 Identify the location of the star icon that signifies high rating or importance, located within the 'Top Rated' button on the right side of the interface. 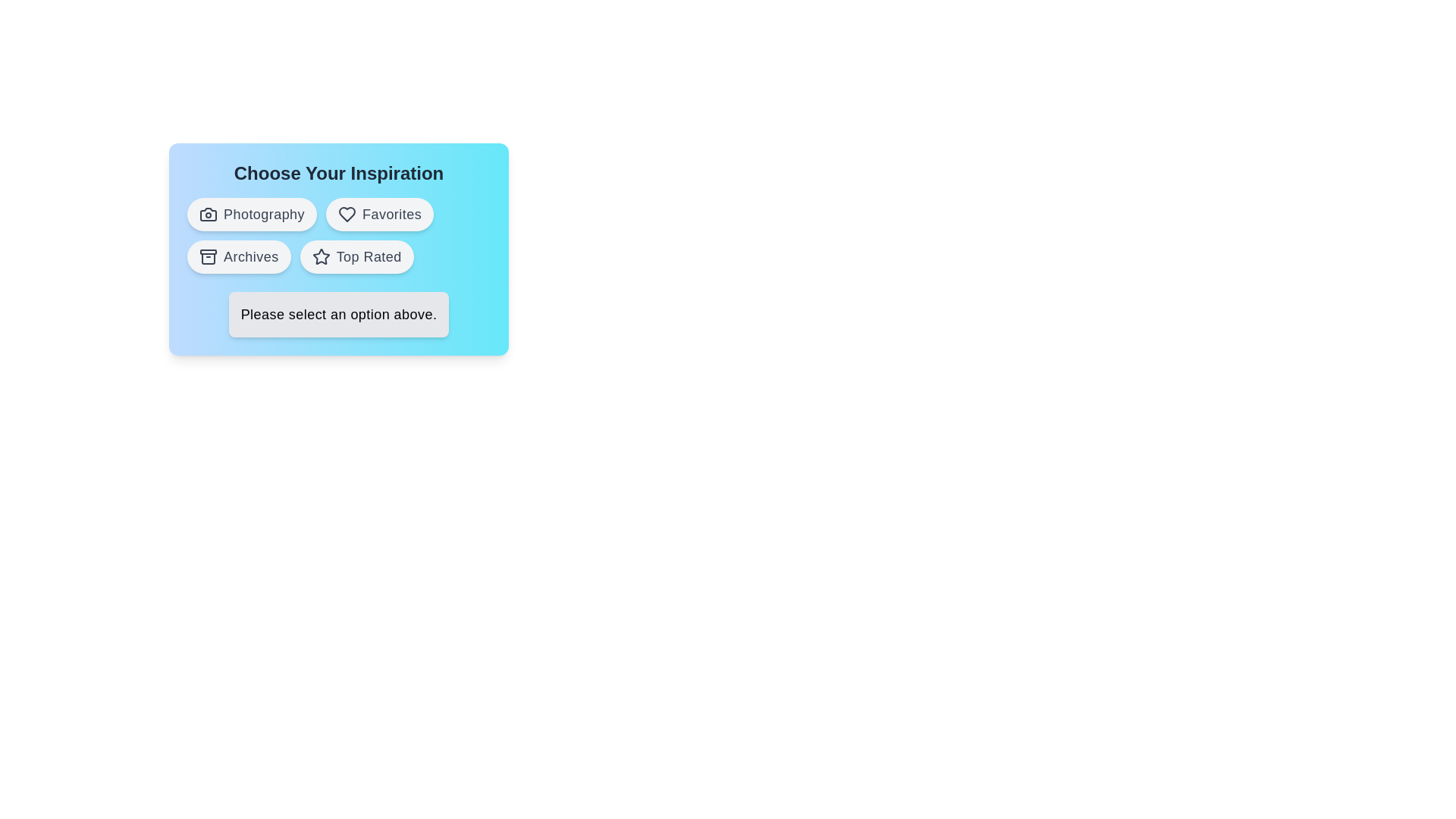
(320, 256).